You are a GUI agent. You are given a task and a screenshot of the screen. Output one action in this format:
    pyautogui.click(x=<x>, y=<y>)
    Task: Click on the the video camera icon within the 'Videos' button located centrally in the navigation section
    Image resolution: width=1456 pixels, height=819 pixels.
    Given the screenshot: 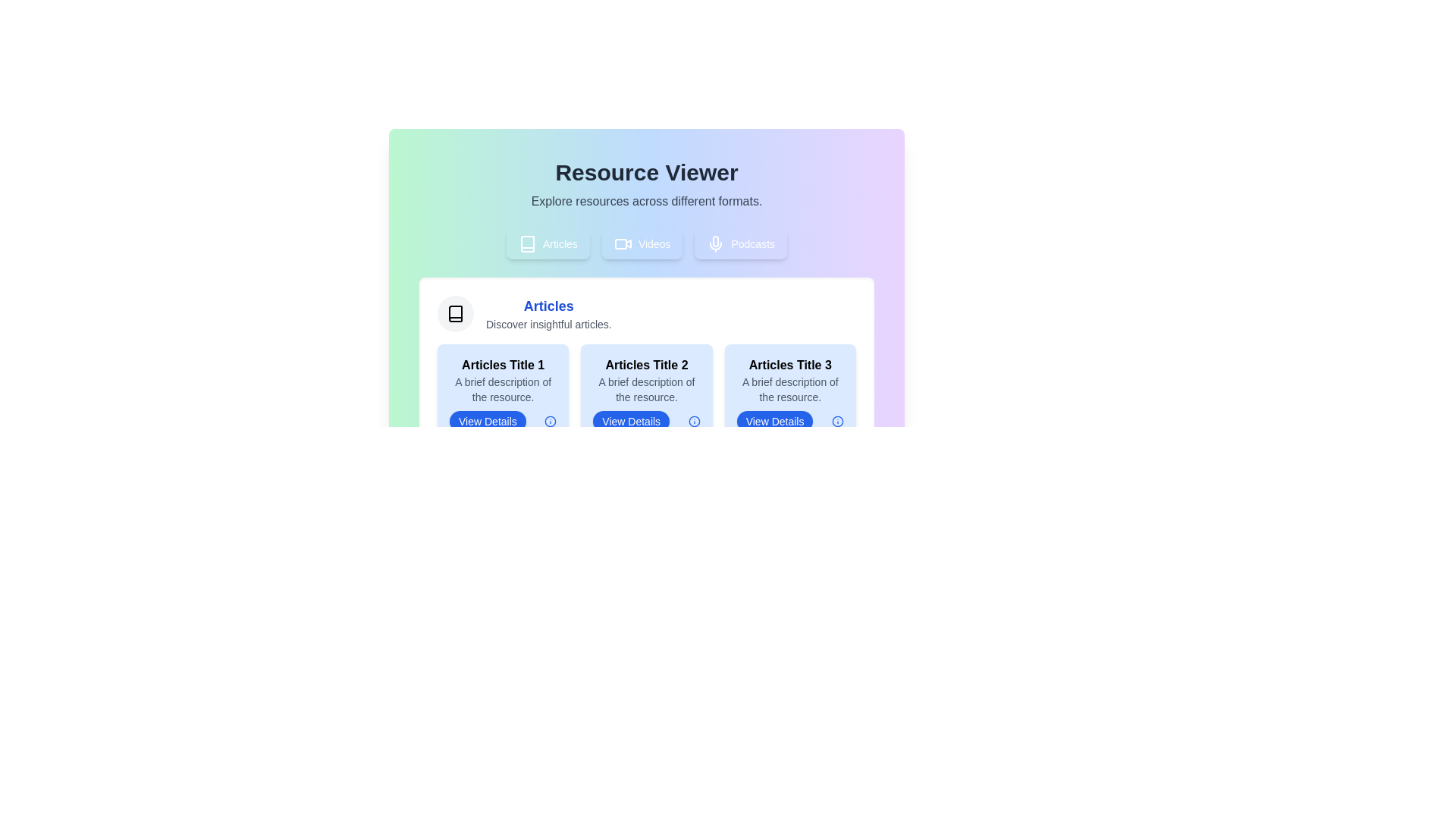 What is the action you would take?
    pyautogui.click(x=623, y=243)
    